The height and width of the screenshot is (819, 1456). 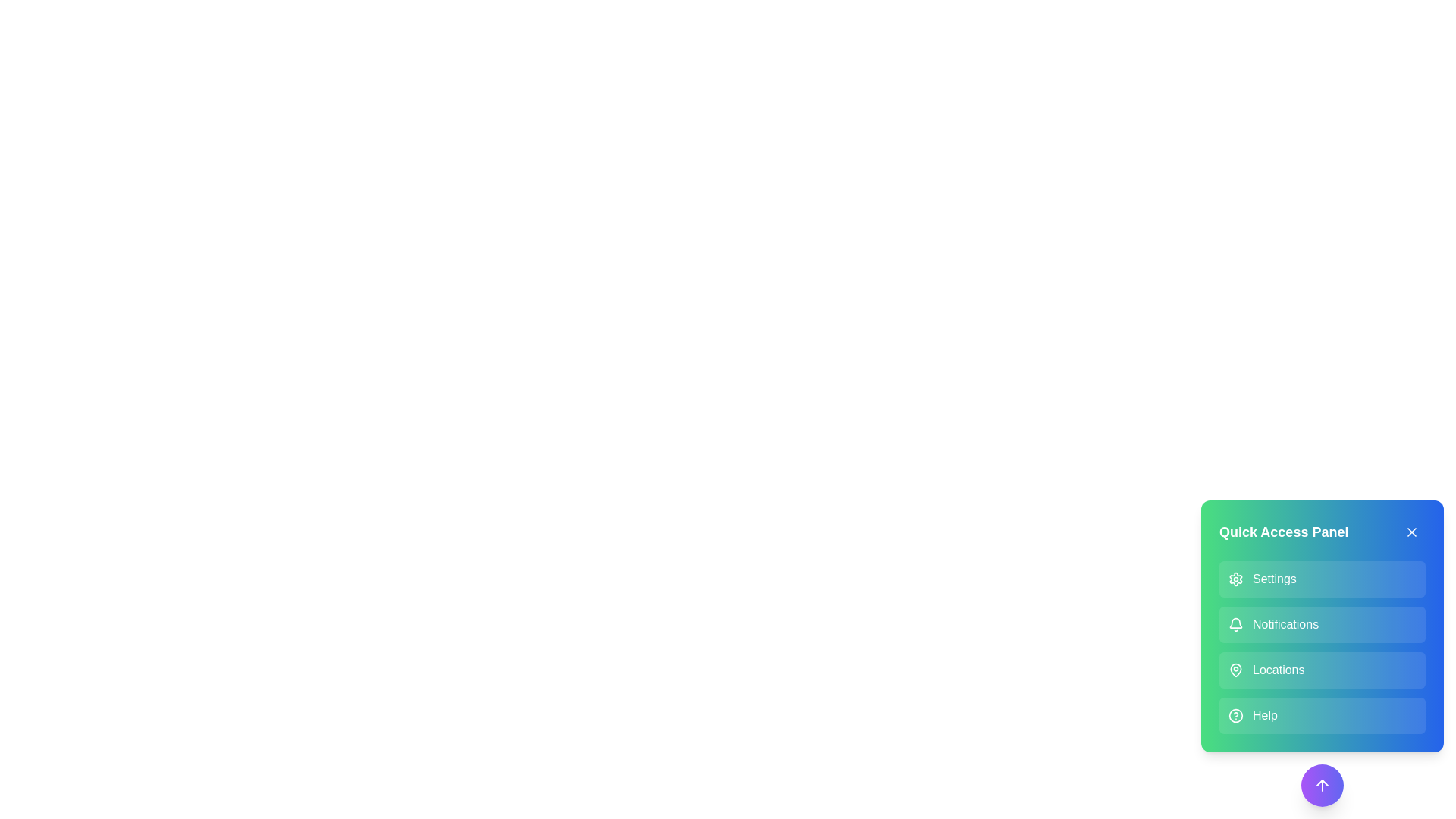 I want to click on the third button in the vertical list within the 'Quick Access Panel', which serves as a navigation tool for accessing the 'Locations' section, so click(x=1321, y=669).